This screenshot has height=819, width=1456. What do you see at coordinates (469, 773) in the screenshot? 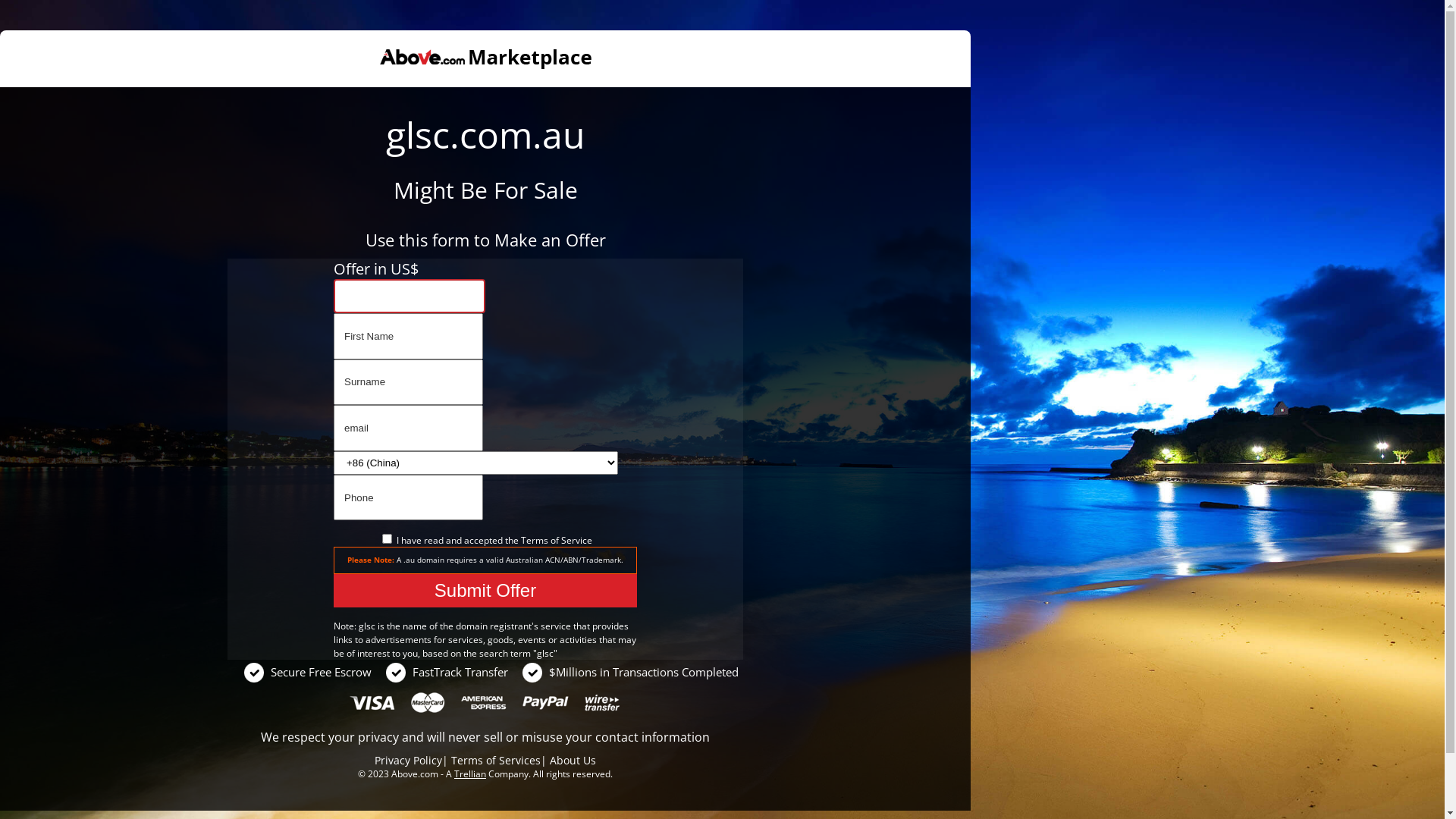
I see `'Trellian'` at bounding box center [469, 773].